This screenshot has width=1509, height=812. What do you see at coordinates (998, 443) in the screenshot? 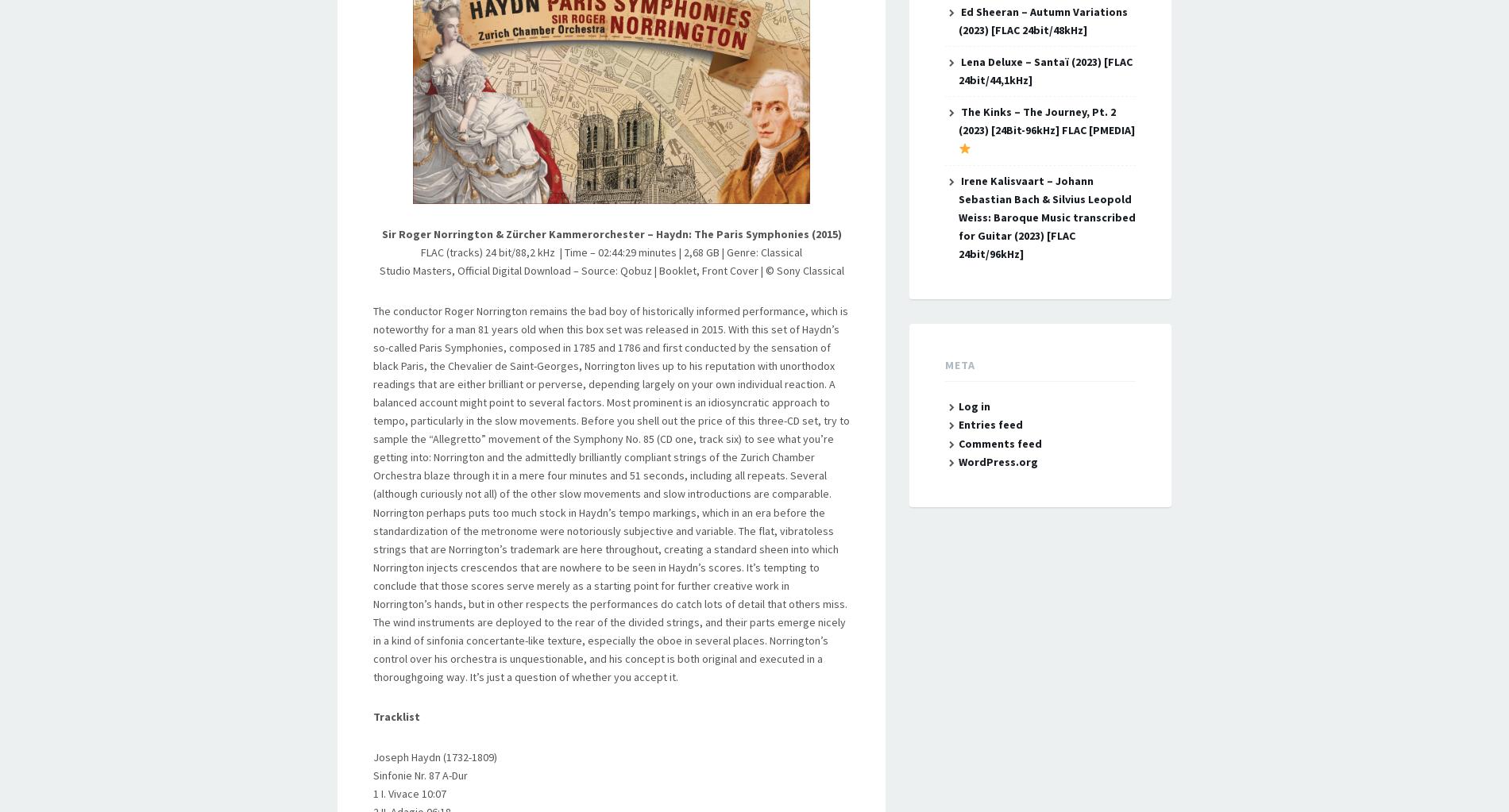
I see `'Comments feed'` at bounding box center [998, 443].